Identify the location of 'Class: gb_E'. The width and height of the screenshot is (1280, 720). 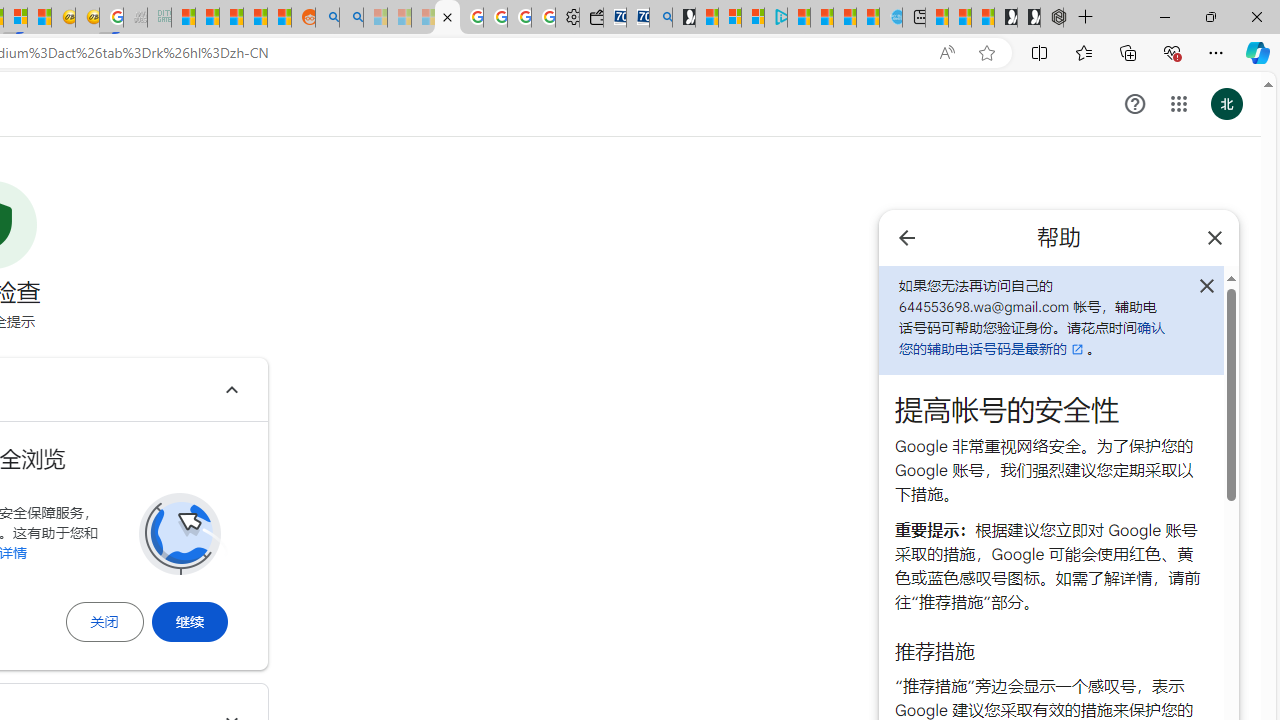
(1178, 104).